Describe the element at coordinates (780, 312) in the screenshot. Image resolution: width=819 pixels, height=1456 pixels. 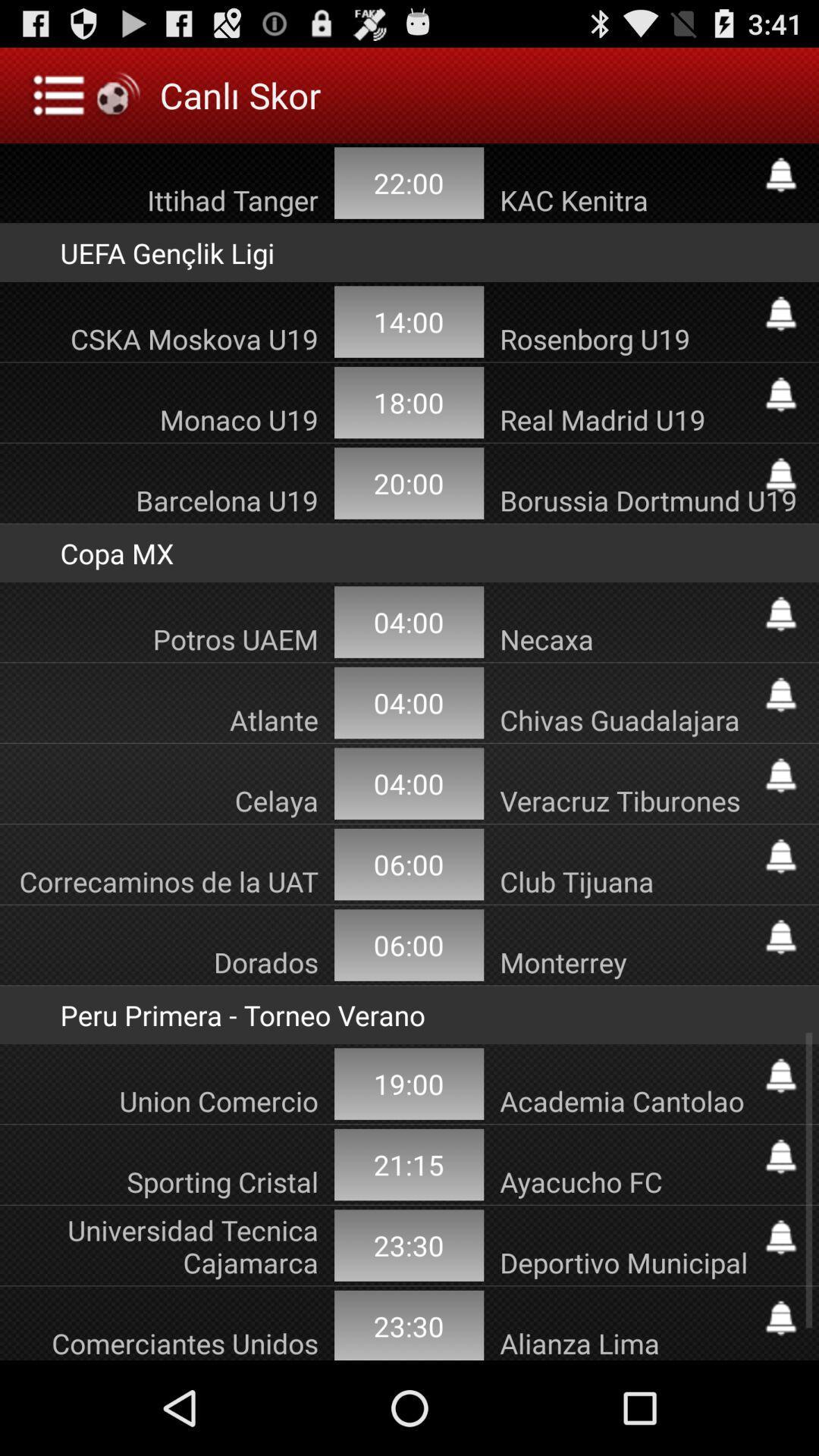
I see `sets an alert for sports game` at that location.